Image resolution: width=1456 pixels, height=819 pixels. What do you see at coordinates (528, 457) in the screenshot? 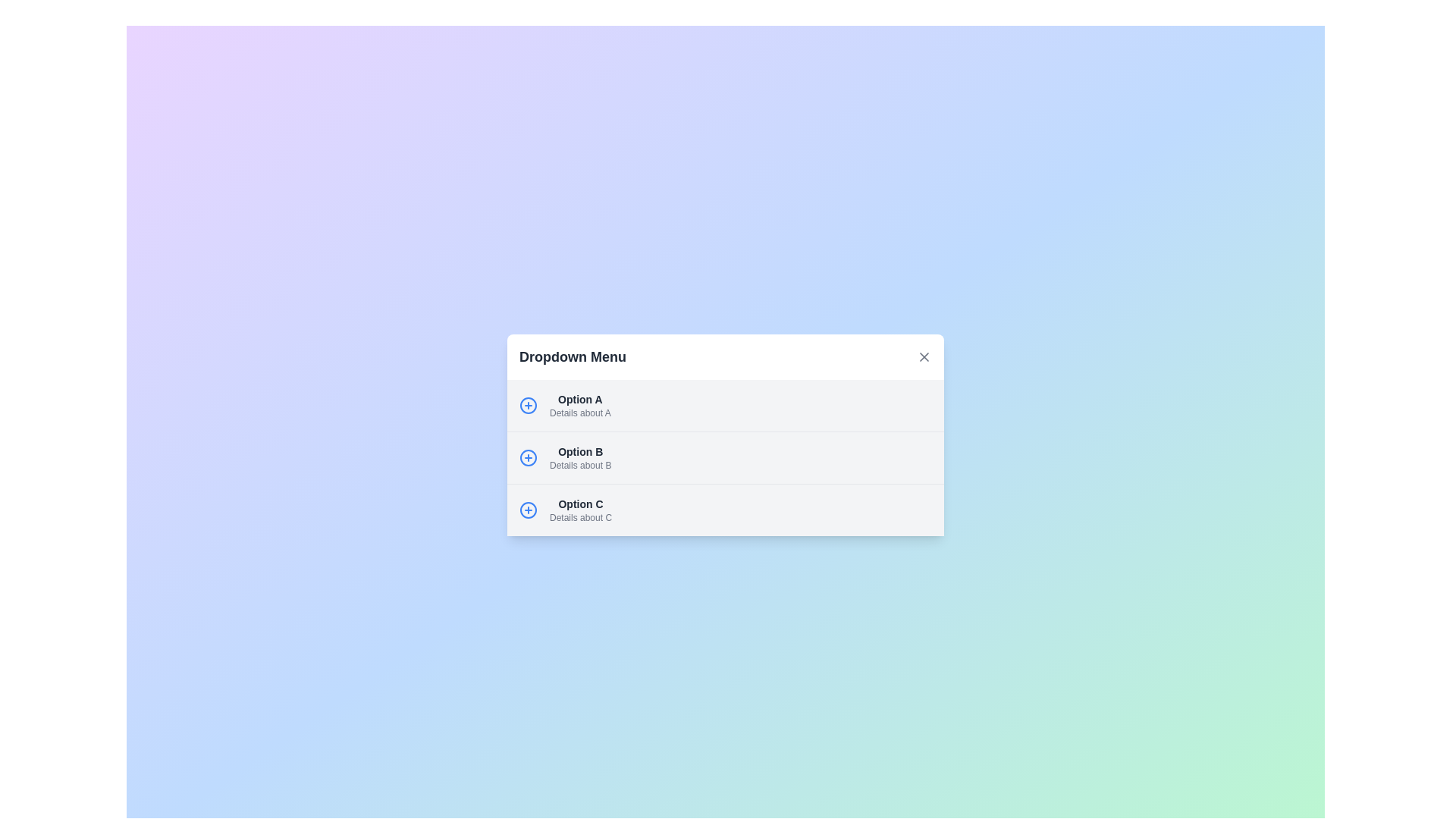
I see `the circular blue button with a '+' sign, which is the second icon button in the vertical list, located to the left of the 'Option B' label in the dropdown menu interface` at bounding box center [528, 457].